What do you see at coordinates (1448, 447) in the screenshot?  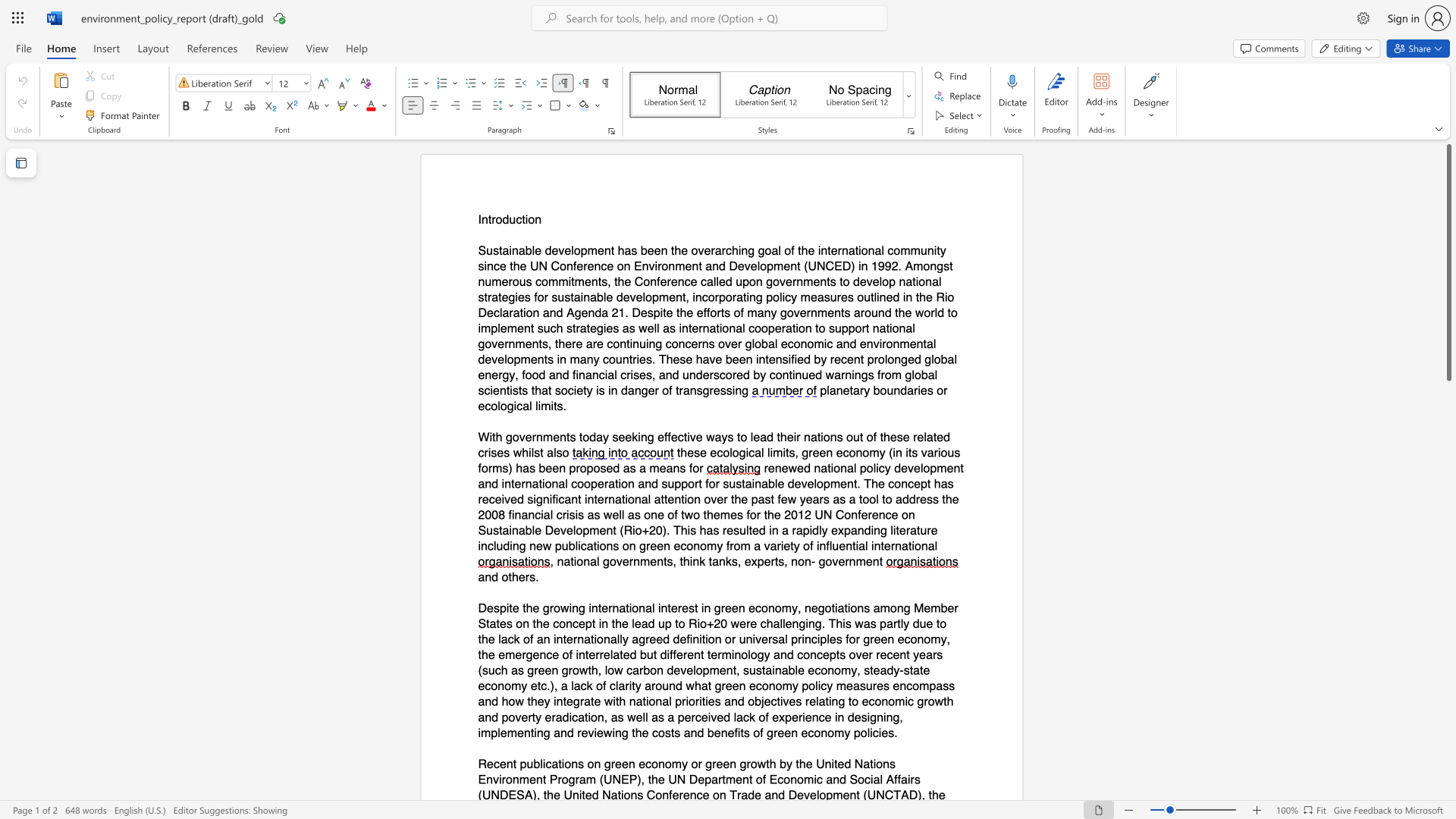 I see `the scrollbar to move the page down` at bounding box center [1448, 447].